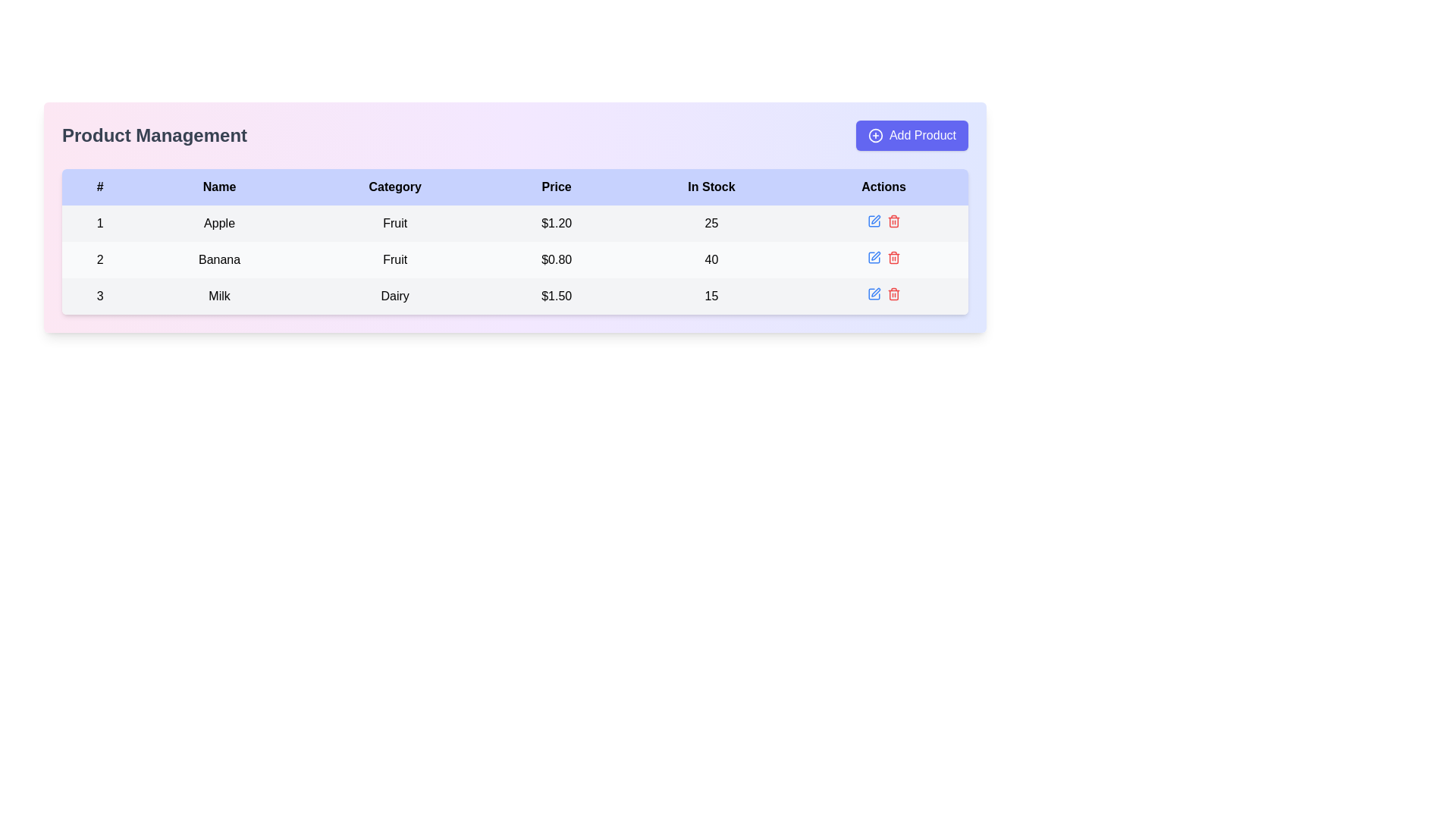 Image resolution: width=1456 pixels, height=819 pixels. Describe the element at coordinates (711, 223) in the screenshot. I see `the Text Label displaying '25' in the fifth column of the first row of the table, under the heading 'In Stock'` at that location.